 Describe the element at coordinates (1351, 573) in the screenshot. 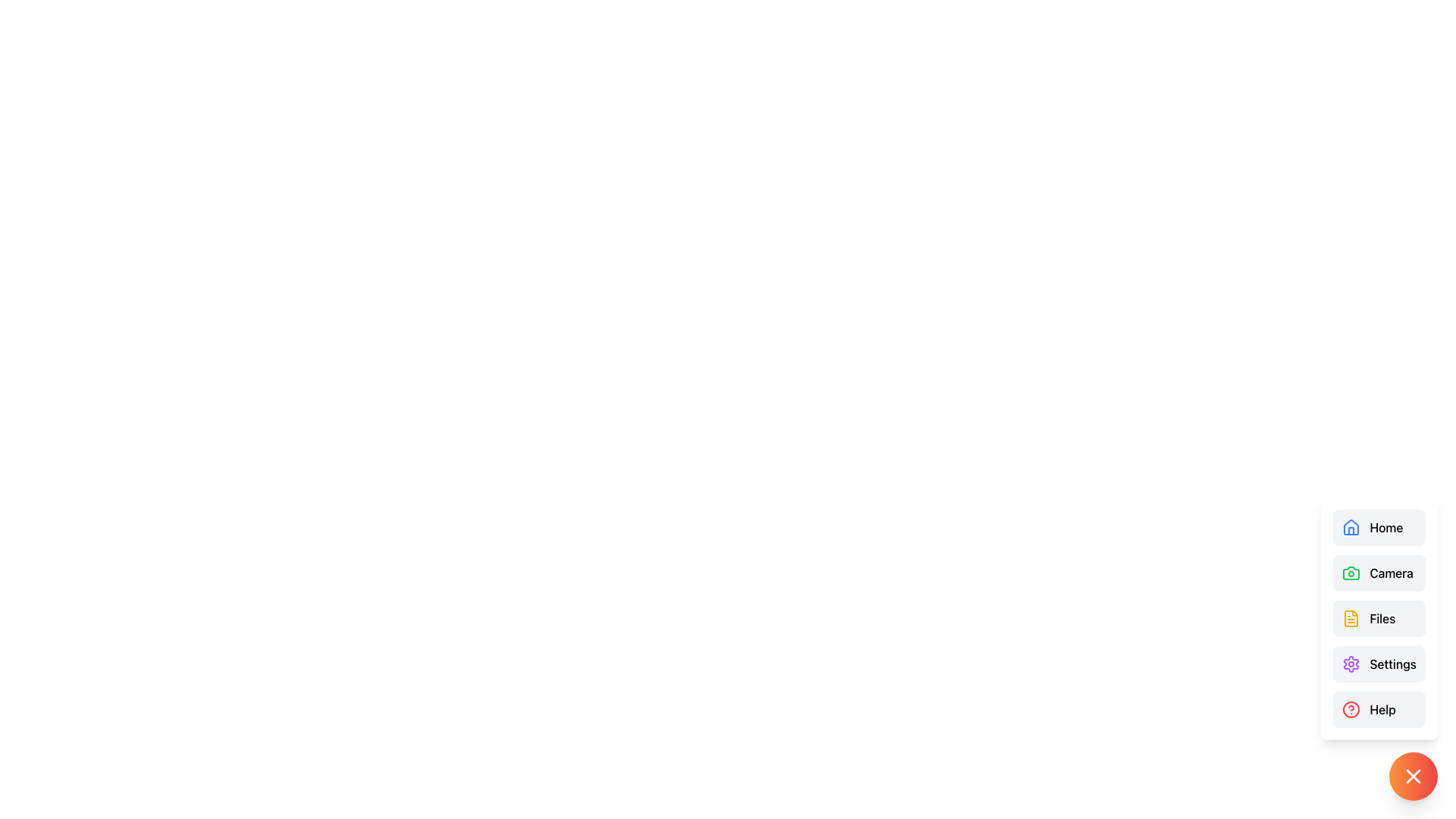

I see `the icon in the sidebar that represents the 'Camera' feature, located directly to the left of the text 'Camera'` at that location.